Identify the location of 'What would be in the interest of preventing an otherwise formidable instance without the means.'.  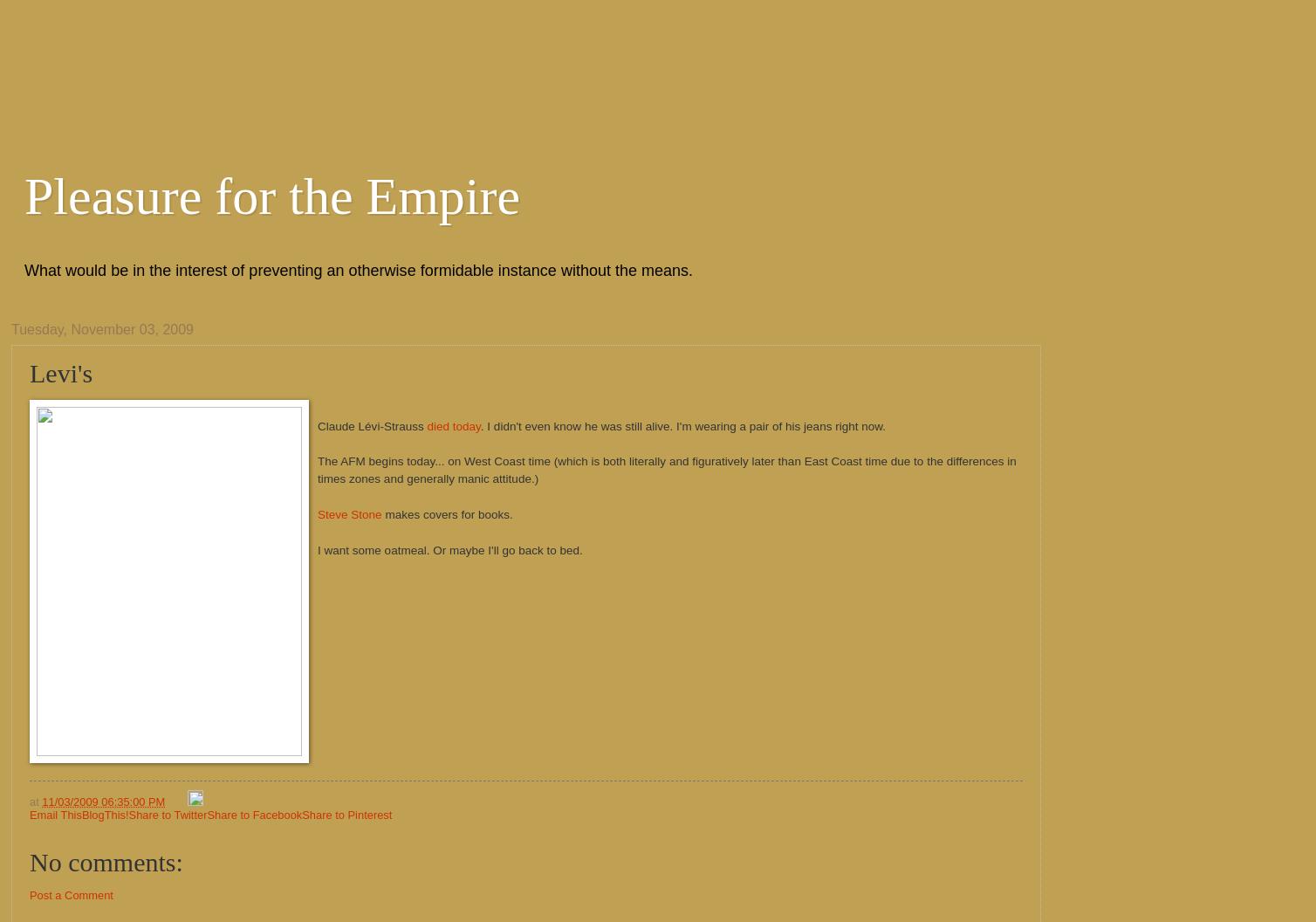
(24, 271).